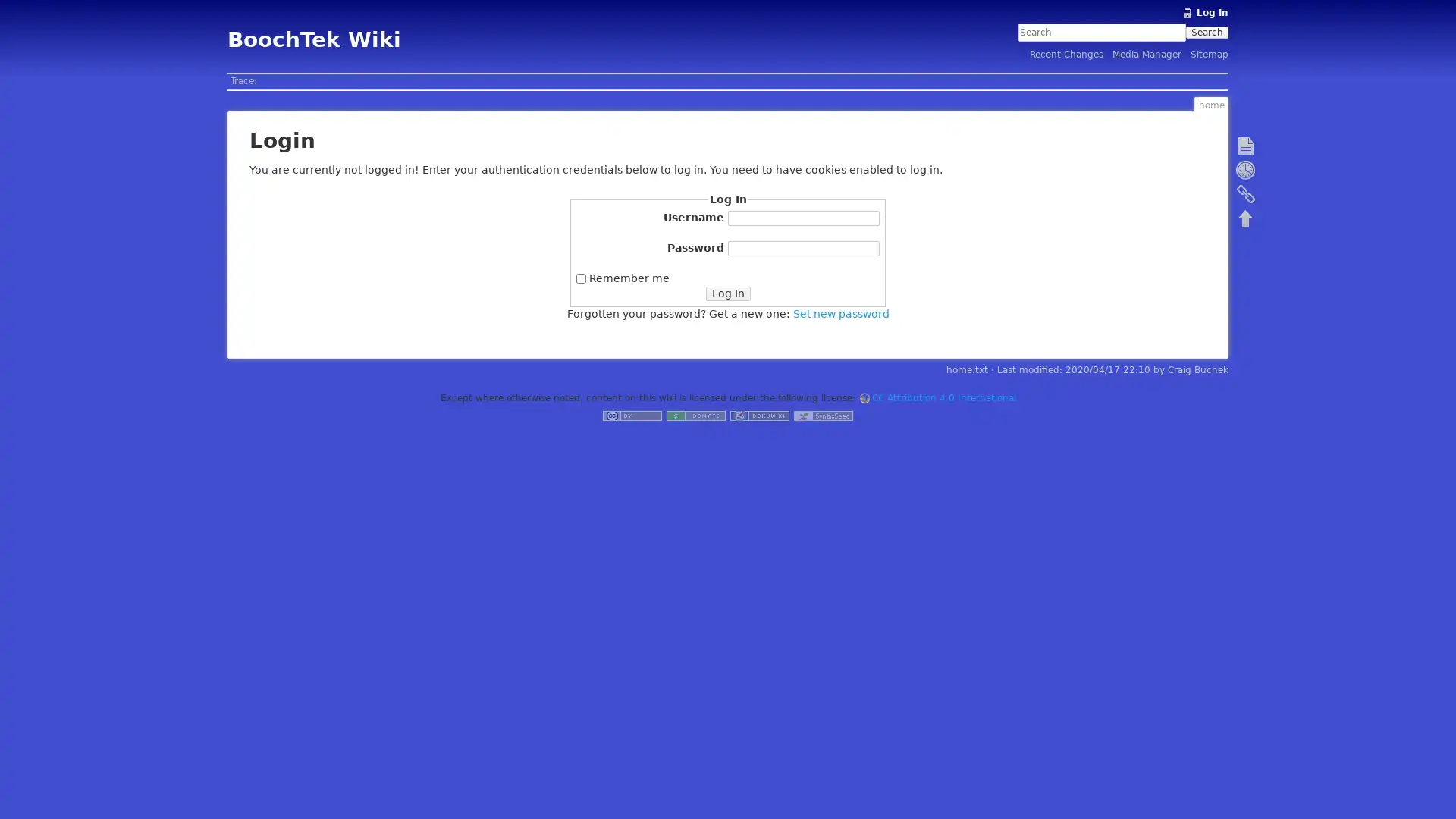 This screenshot has width=1456, height=819. Describe the element at coordinates (1206, 32) in the screenshot. I see `Search` at that location.